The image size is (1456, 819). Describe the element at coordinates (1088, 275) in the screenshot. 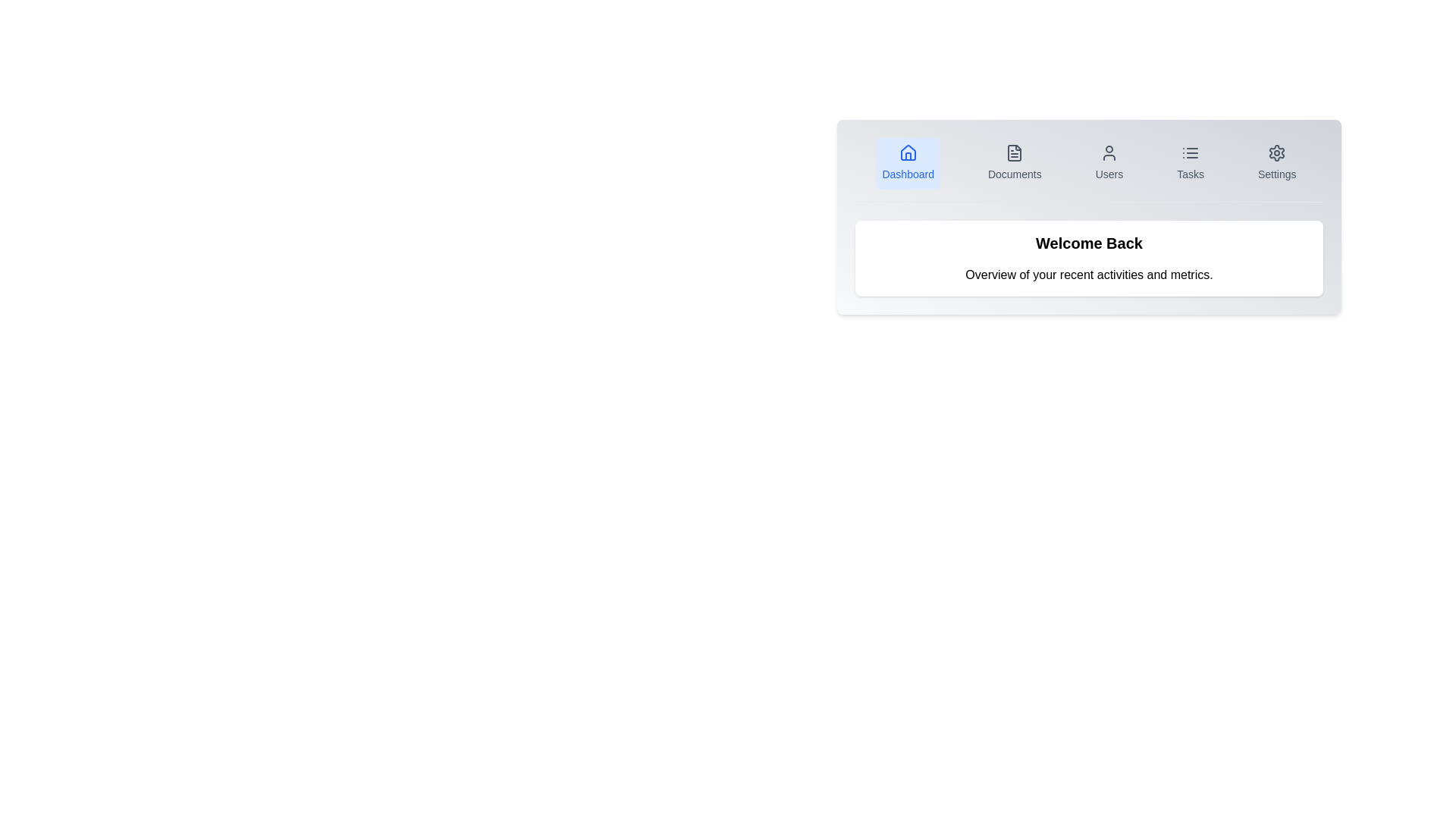

I see `the text label reading 'Overview of your recent activities and metrics.', which is styled in a regular font and positioned directly below the bold heading 'Welcome Back'` at that location.